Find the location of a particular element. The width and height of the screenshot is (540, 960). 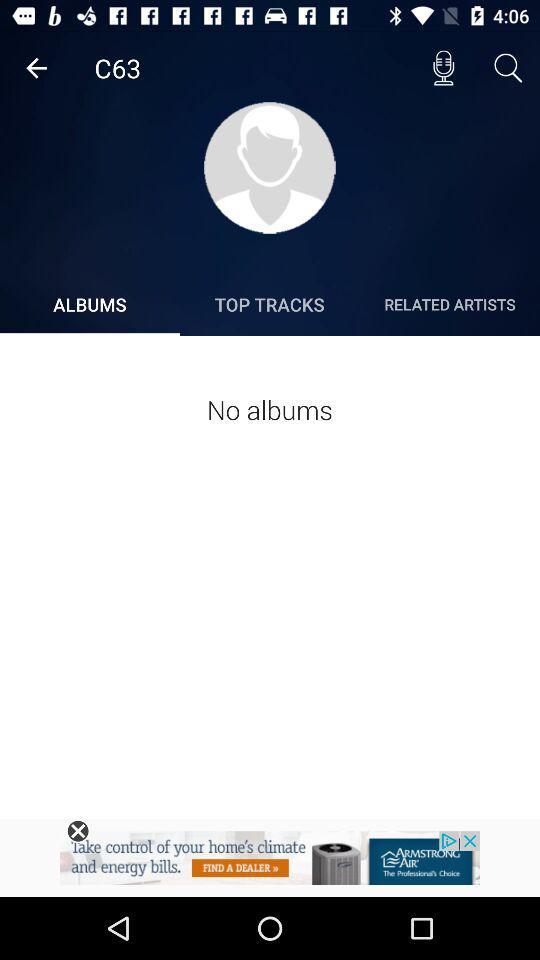

the advertisement is located at coordinates (77, 831).